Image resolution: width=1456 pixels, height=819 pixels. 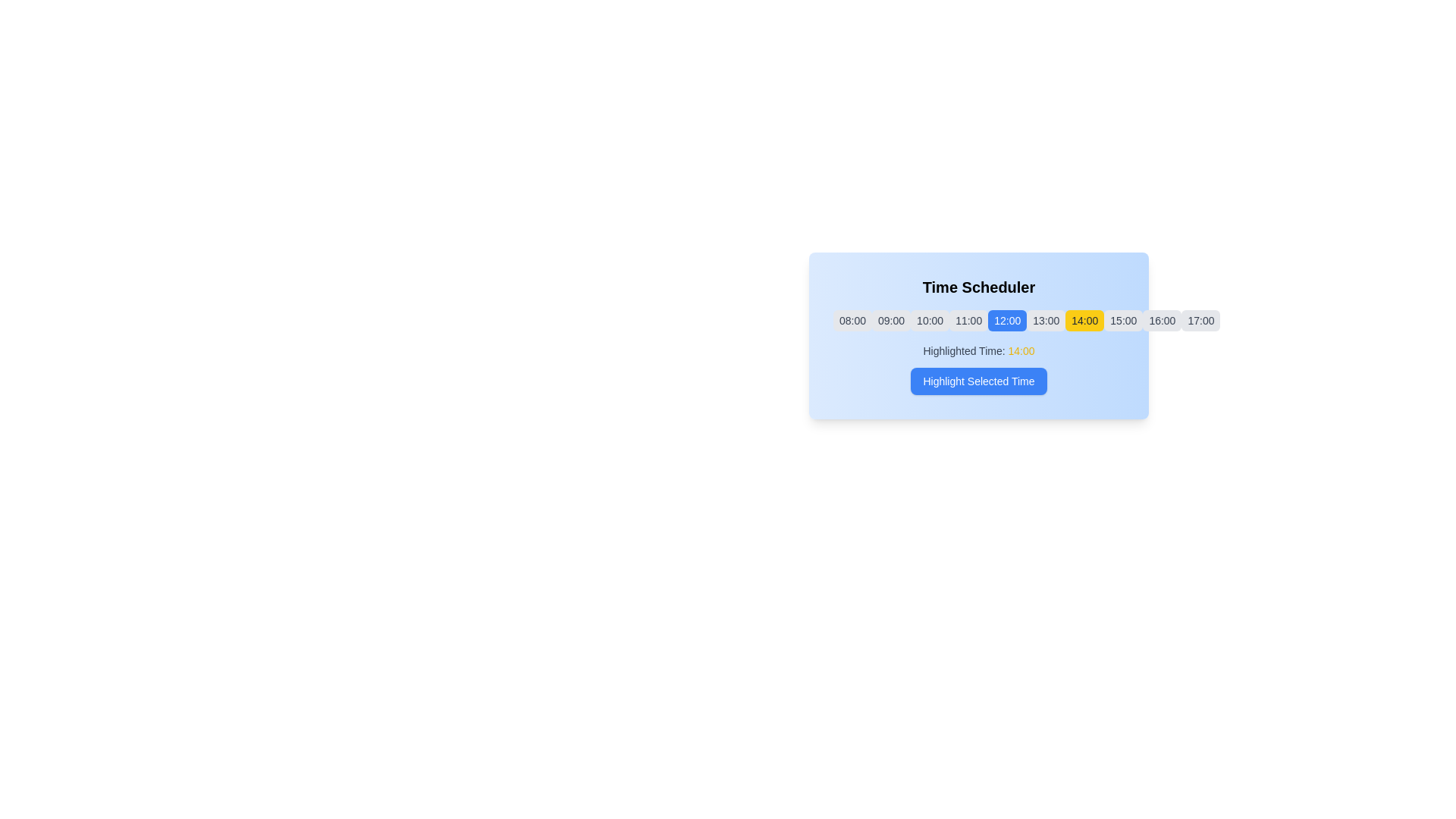 What do you see at coordinates (1161, 320) in the screenshot?
I see `the selectable time slot button for '16:00' to trigger the hover effect, located within the 'Time Scheduler' section` at bounding box center [1161, 320].